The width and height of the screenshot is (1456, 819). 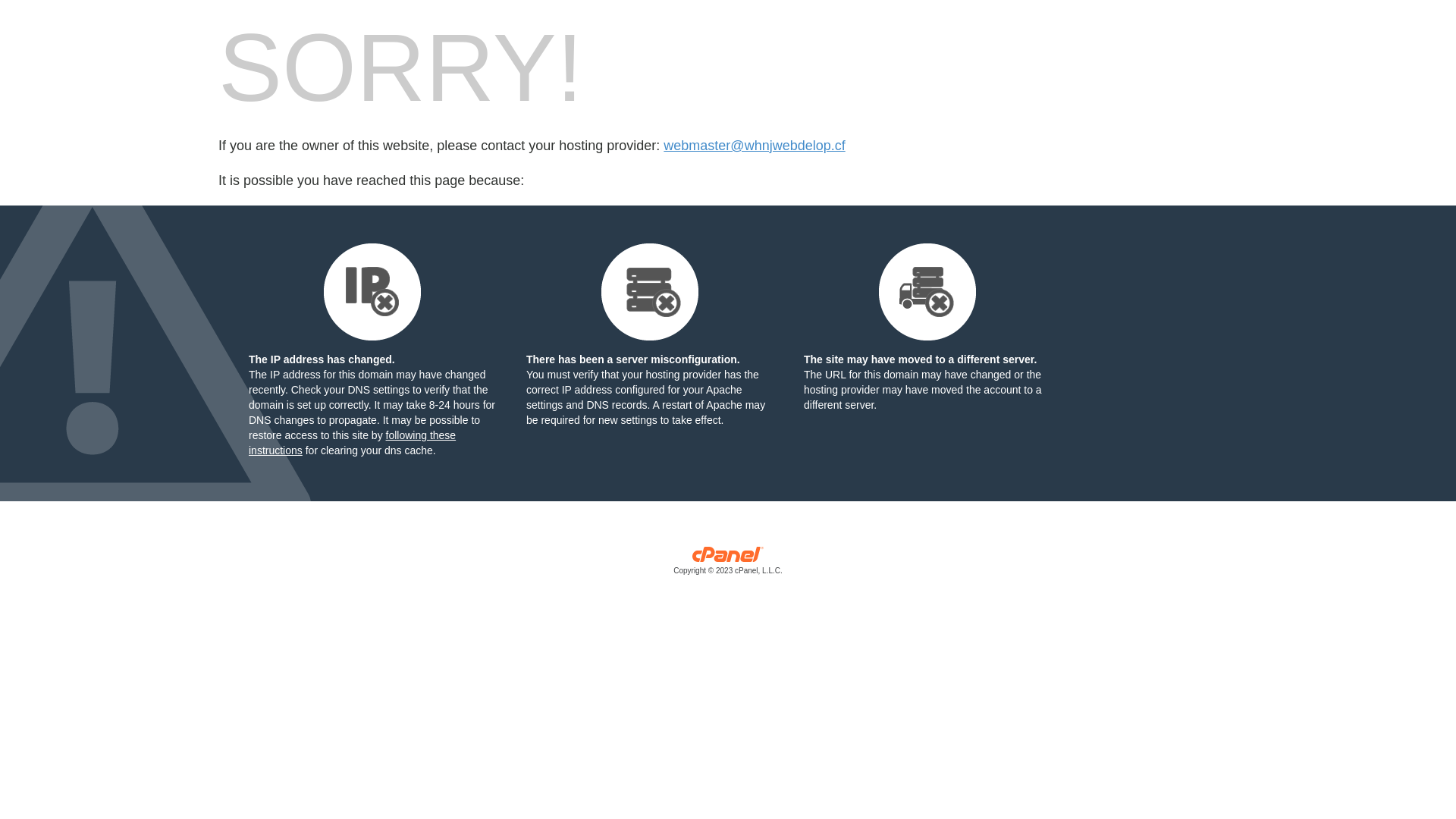 What do you see at coordinates (351, 442) in the screenshot?
I see `'following these instructions'` at bounding box center [351, 442].